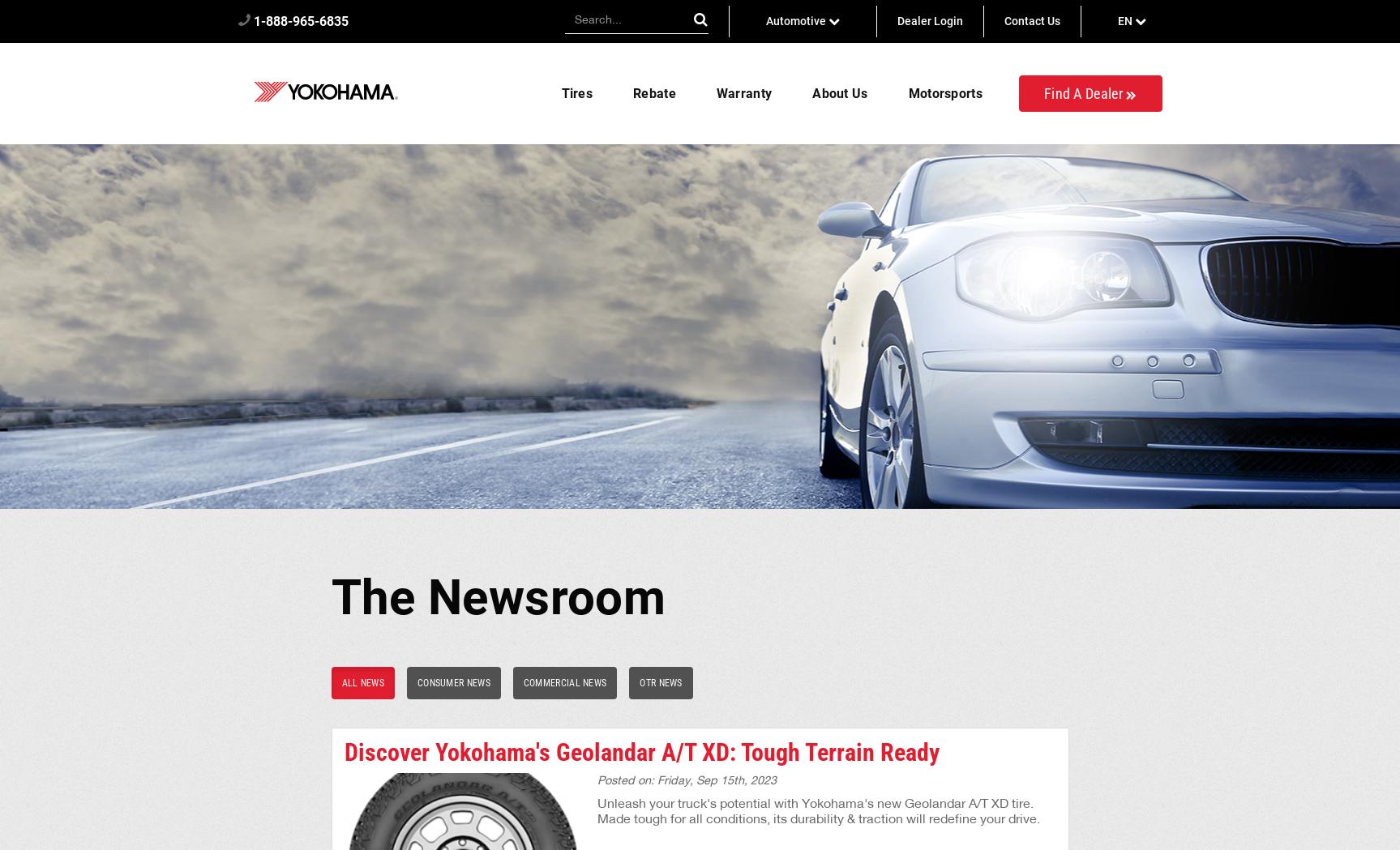 The image size is (1400, 850). Describe the element at coordinates (1030, 20) in the screenshot. I see `'Contact Us'` at that location.